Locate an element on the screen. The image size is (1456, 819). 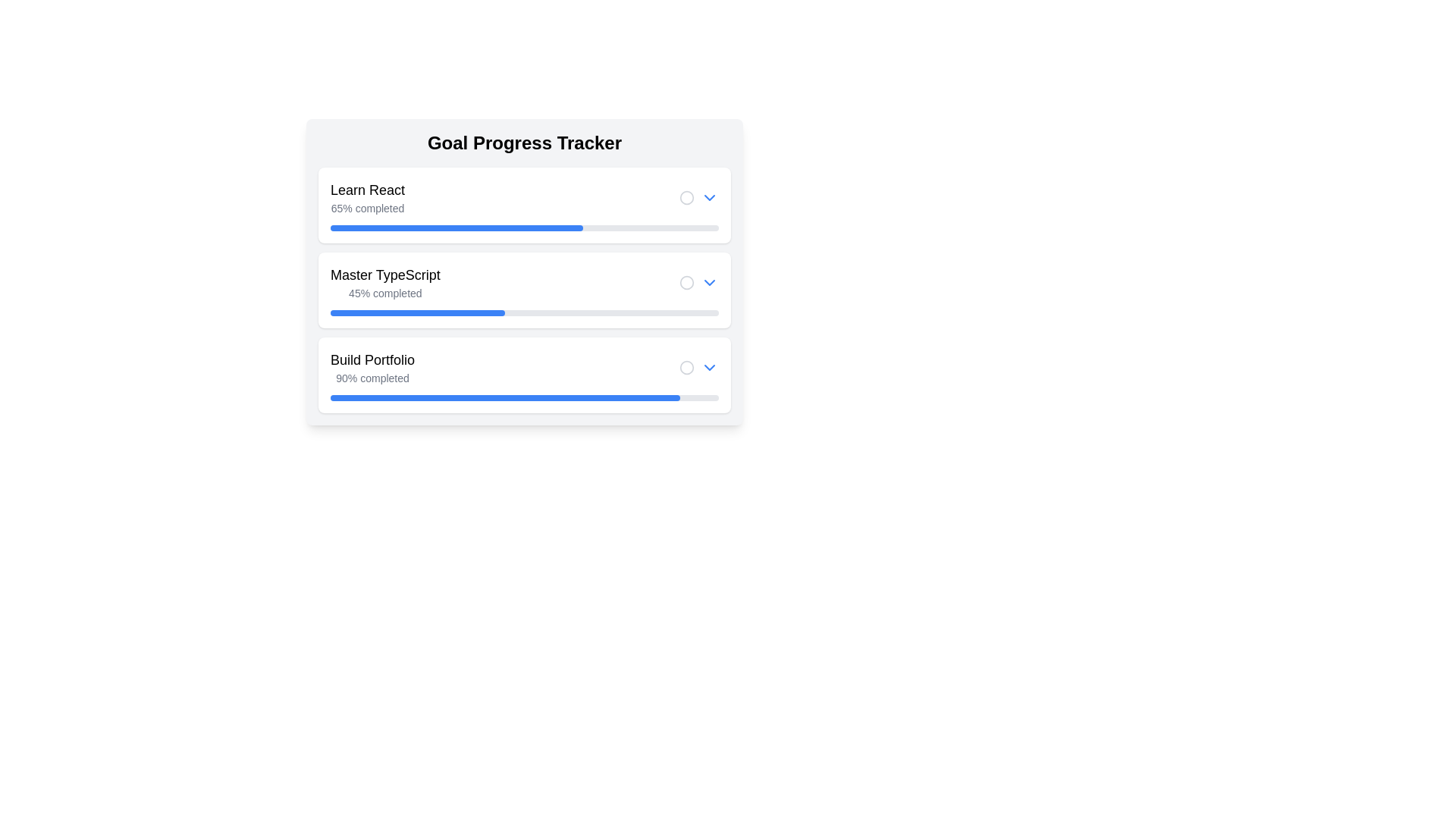
the progress bar representing the 'Master TypeScript' task, which visually indicates 45% completion is located at coordinates (524, 312).